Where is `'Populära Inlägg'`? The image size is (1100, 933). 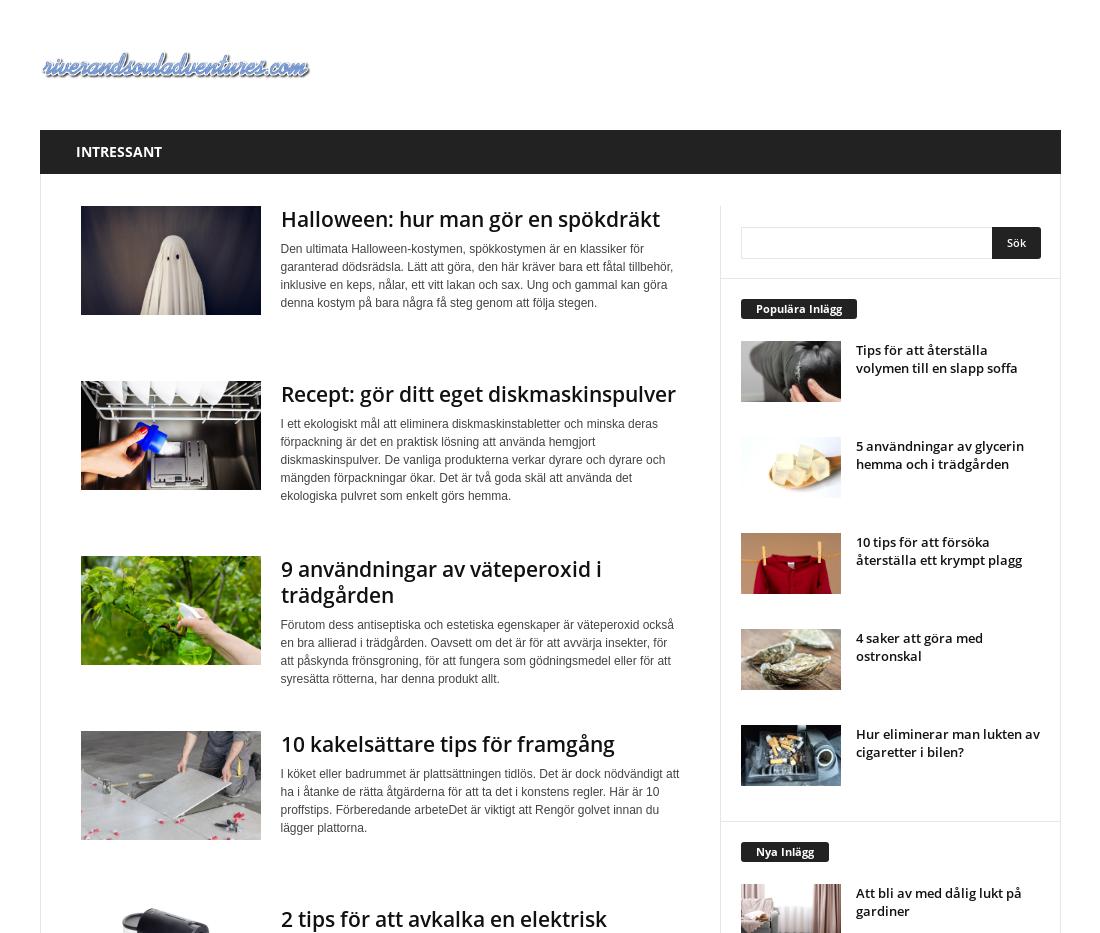 'Populära Inlägg' is located at coordinates (754, 307).